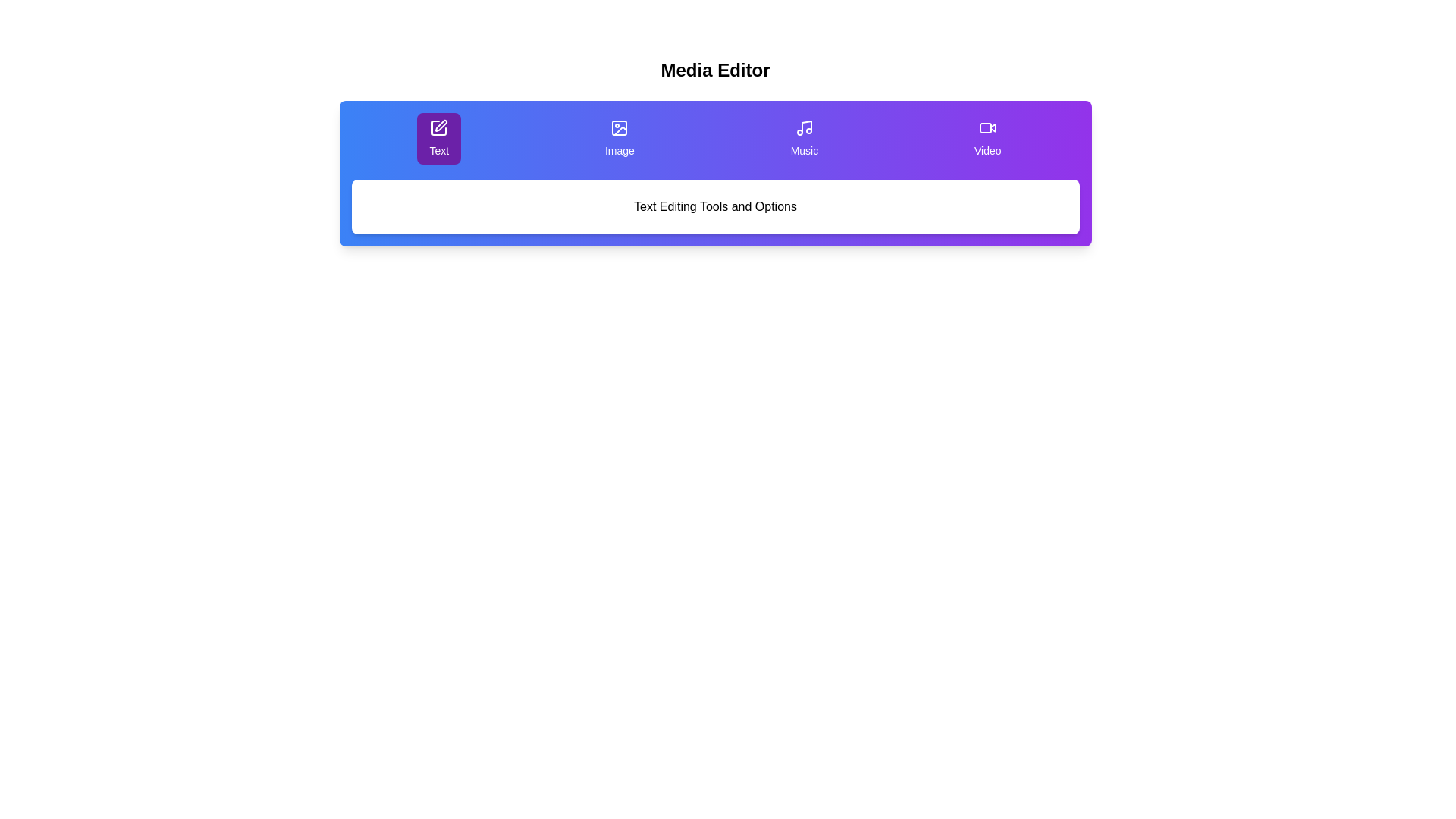 The height and width of the screenshot is (819, 1456). What do you see at coordinates (803, 138) in the screenshot?
I see `the 'Music' button with a musical note icon and label` at bounding box center [803, 138].